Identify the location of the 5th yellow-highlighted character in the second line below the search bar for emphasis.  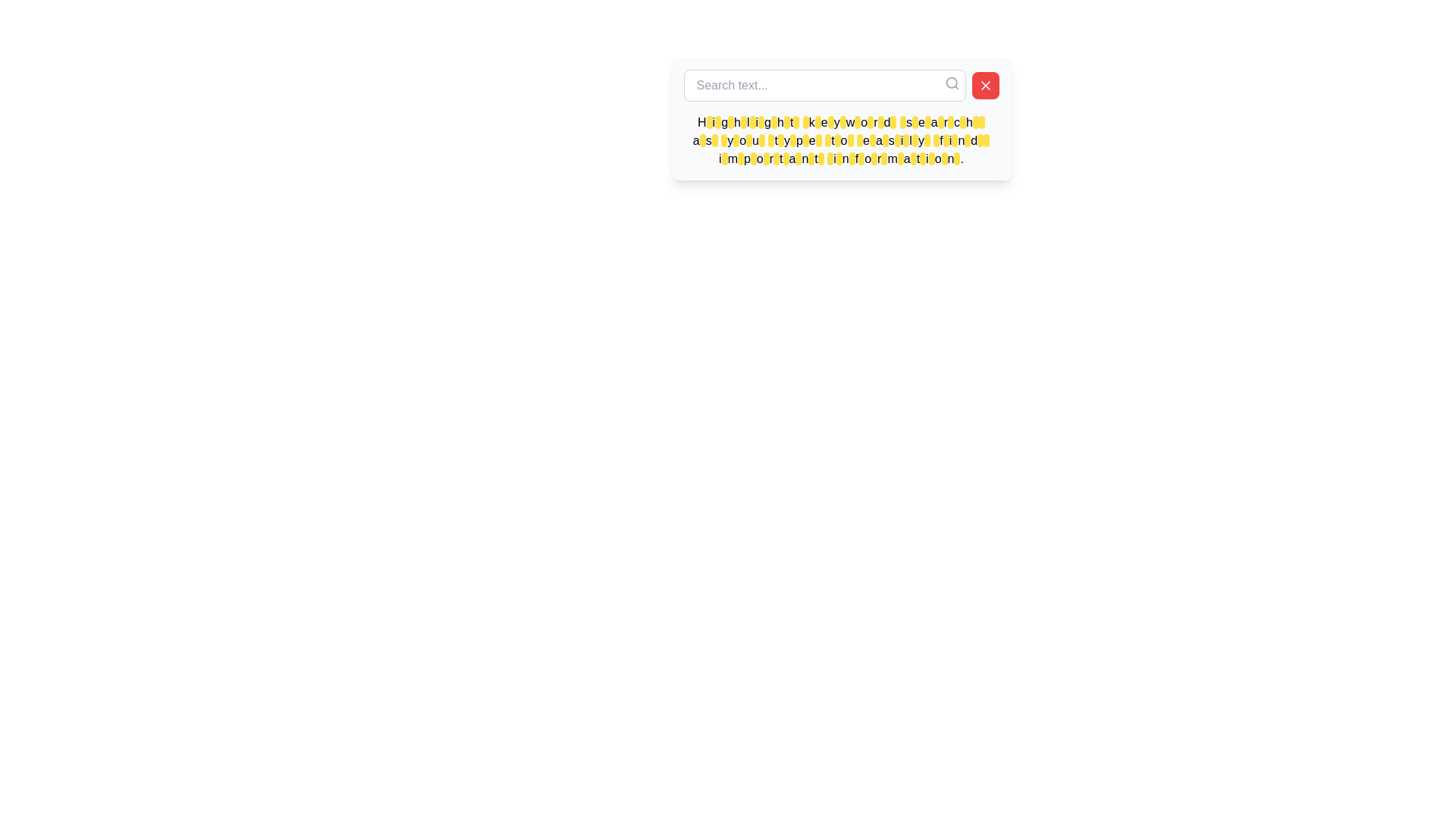
(749, 140).